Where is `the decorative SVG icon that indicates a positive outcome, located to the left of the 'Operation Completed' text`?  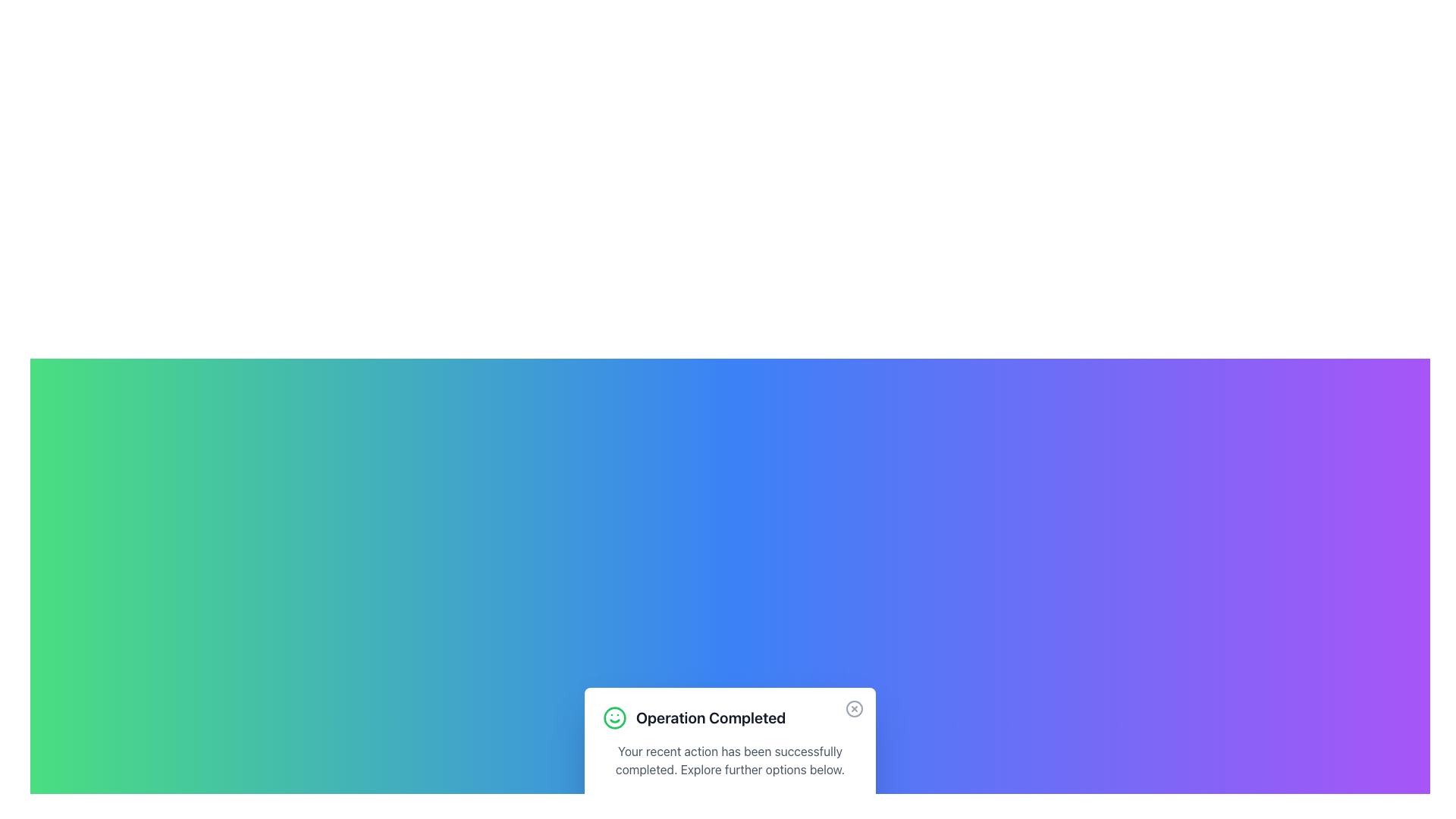
the decorative SVG icon that indicates a positive outcome, located to the left of the 'Operation Completed' text is located at coordinates (615, 717).